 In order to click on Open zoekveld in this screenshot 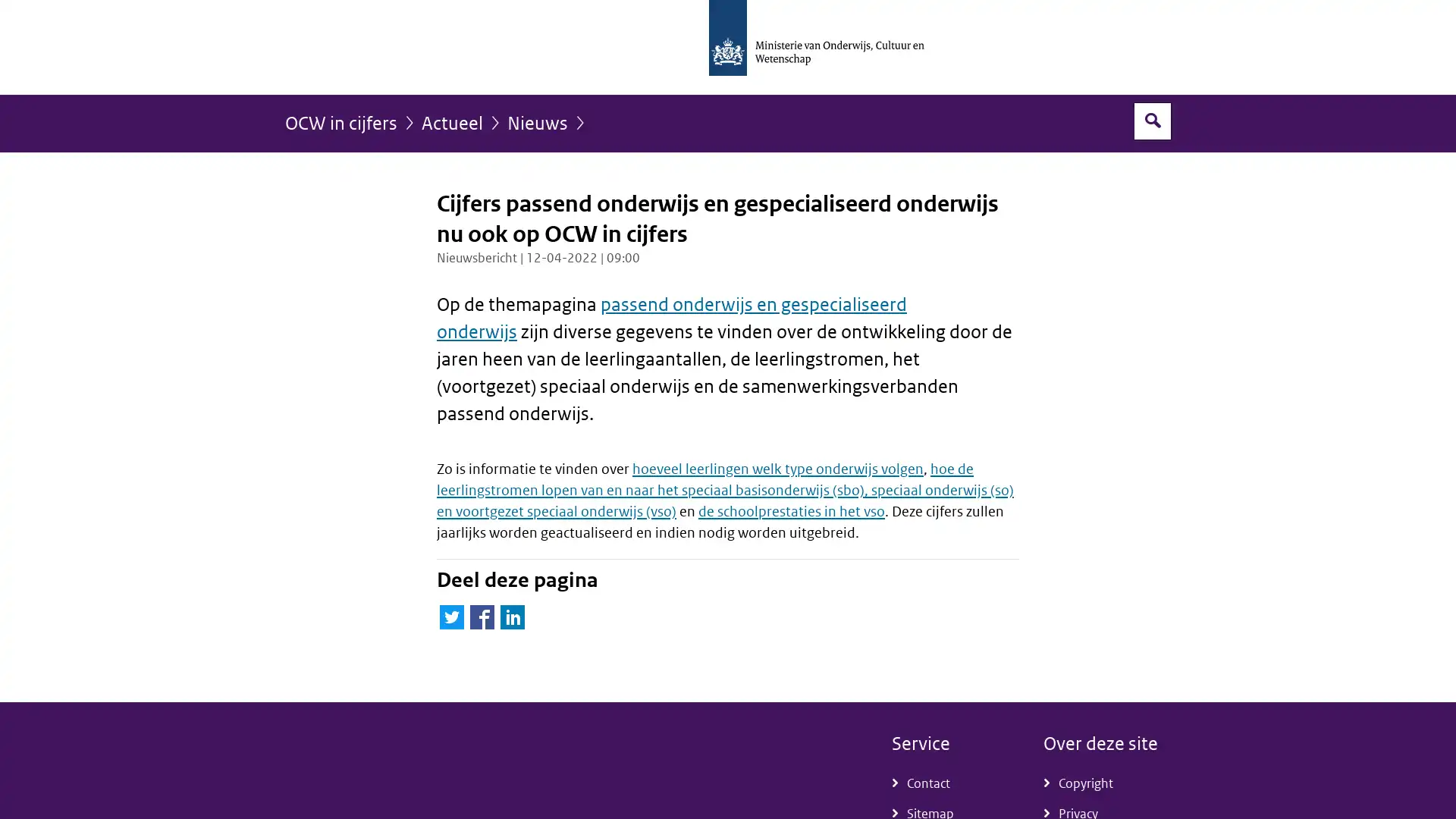, I will do `click(1153, 120)`.